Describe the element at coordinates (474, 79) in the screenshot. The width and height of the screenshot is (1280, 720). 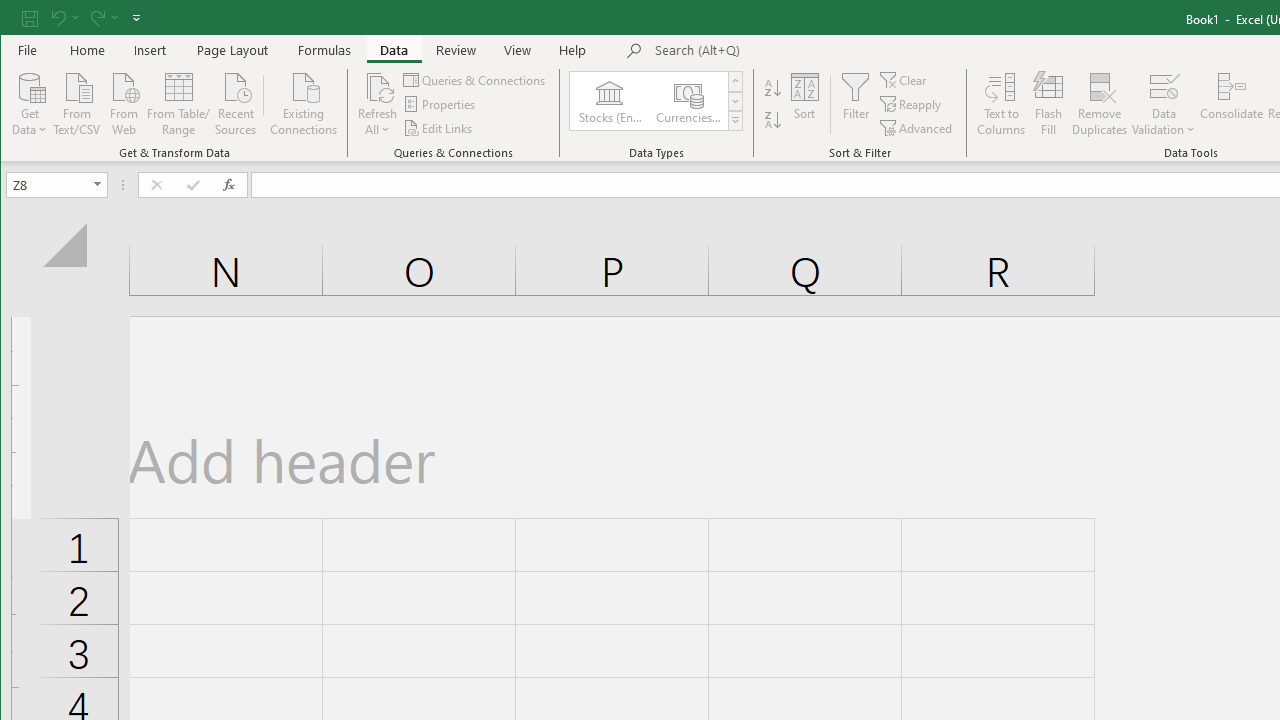
I see `'Queries & Connections'` at that location.